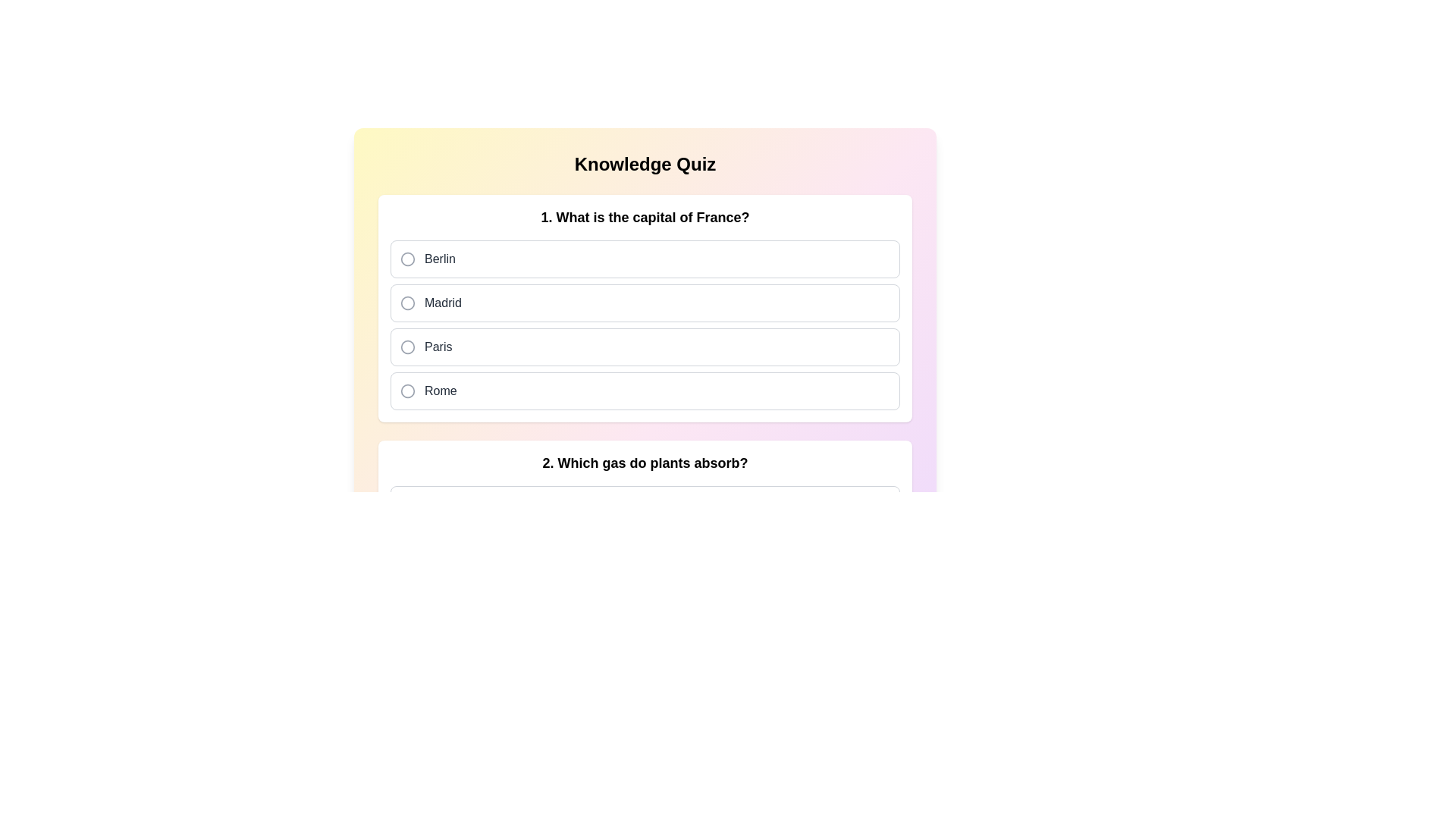 The width and height of the screenshot is (1456, 819). What do you see at coordinates (407, 391) in the screenshot?
I see `the circular icon located to the left of the text 'Rome' in the answer option for the question 'What is the capital of France?' if it is enabled` at bounding box center [407, 391].